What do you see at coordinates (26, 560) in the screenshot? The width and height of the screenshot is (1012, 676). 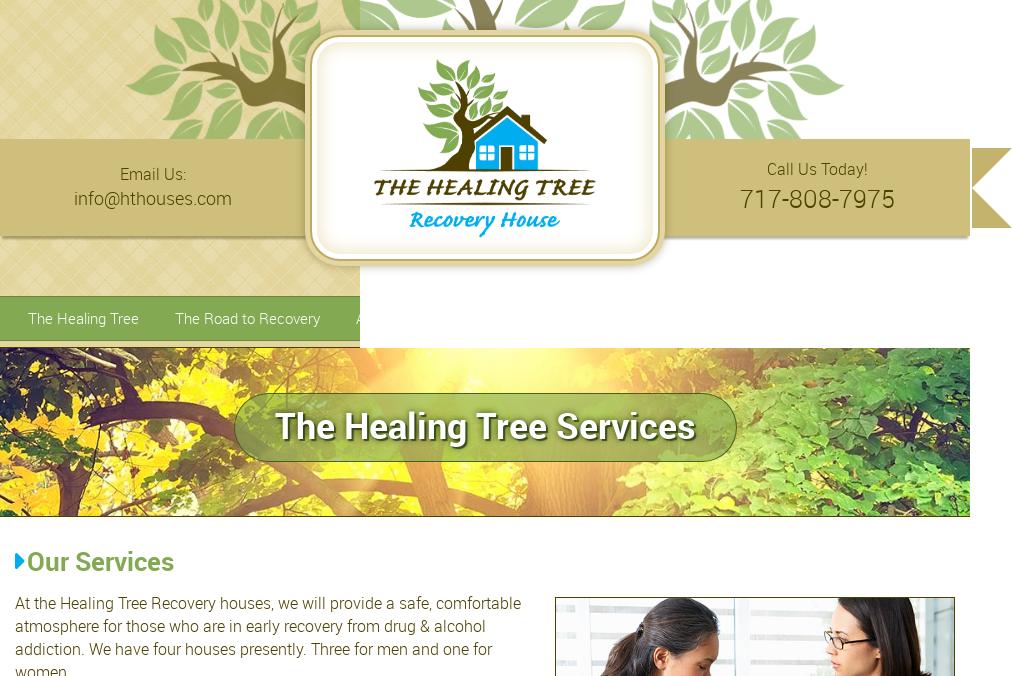 I see `'Our Services'` at bounding box center [26, 560].